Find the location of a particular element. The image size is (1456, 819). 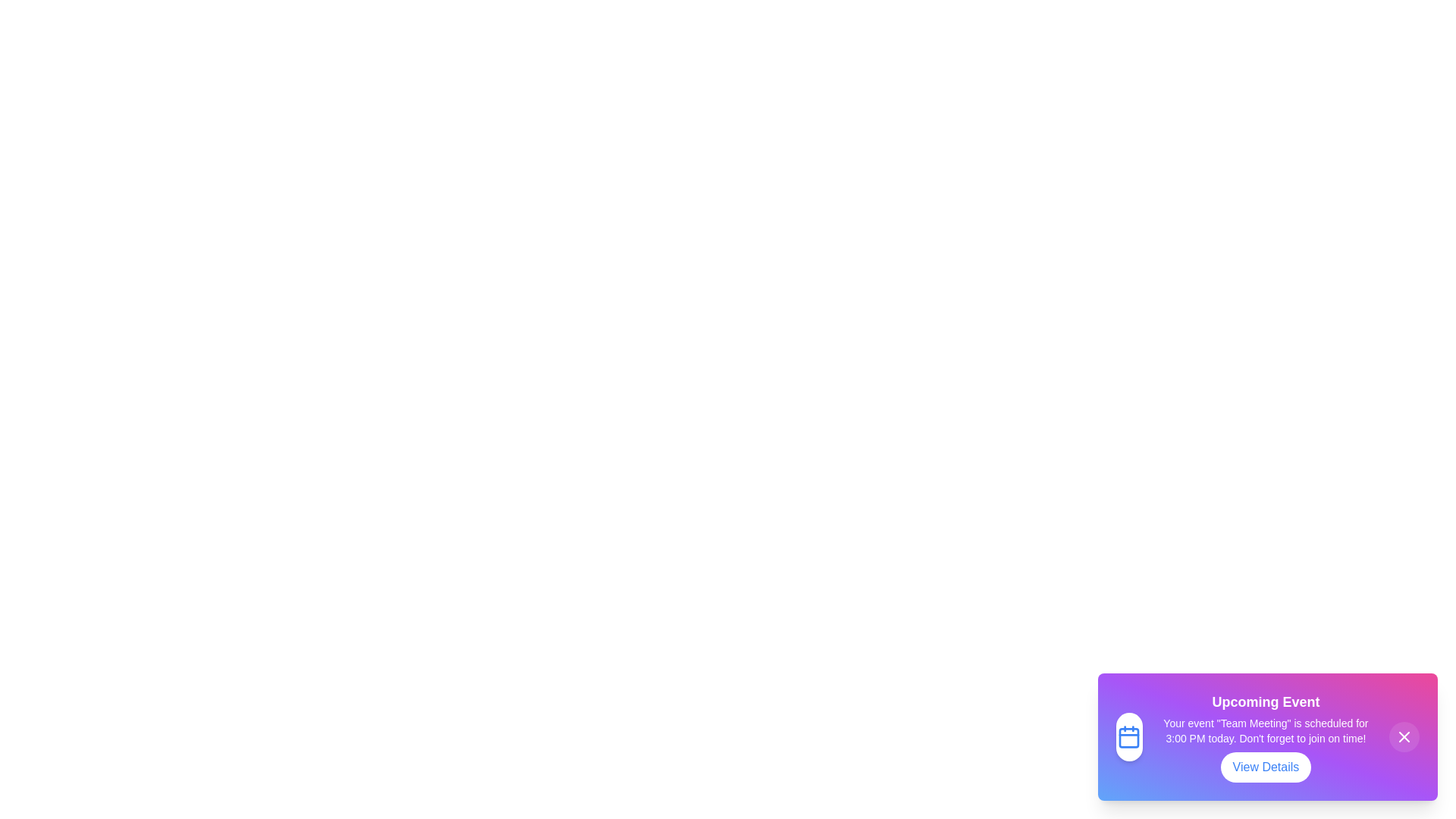

the 'View Details' button to view the notification details is located at coordinates (1266, 767).